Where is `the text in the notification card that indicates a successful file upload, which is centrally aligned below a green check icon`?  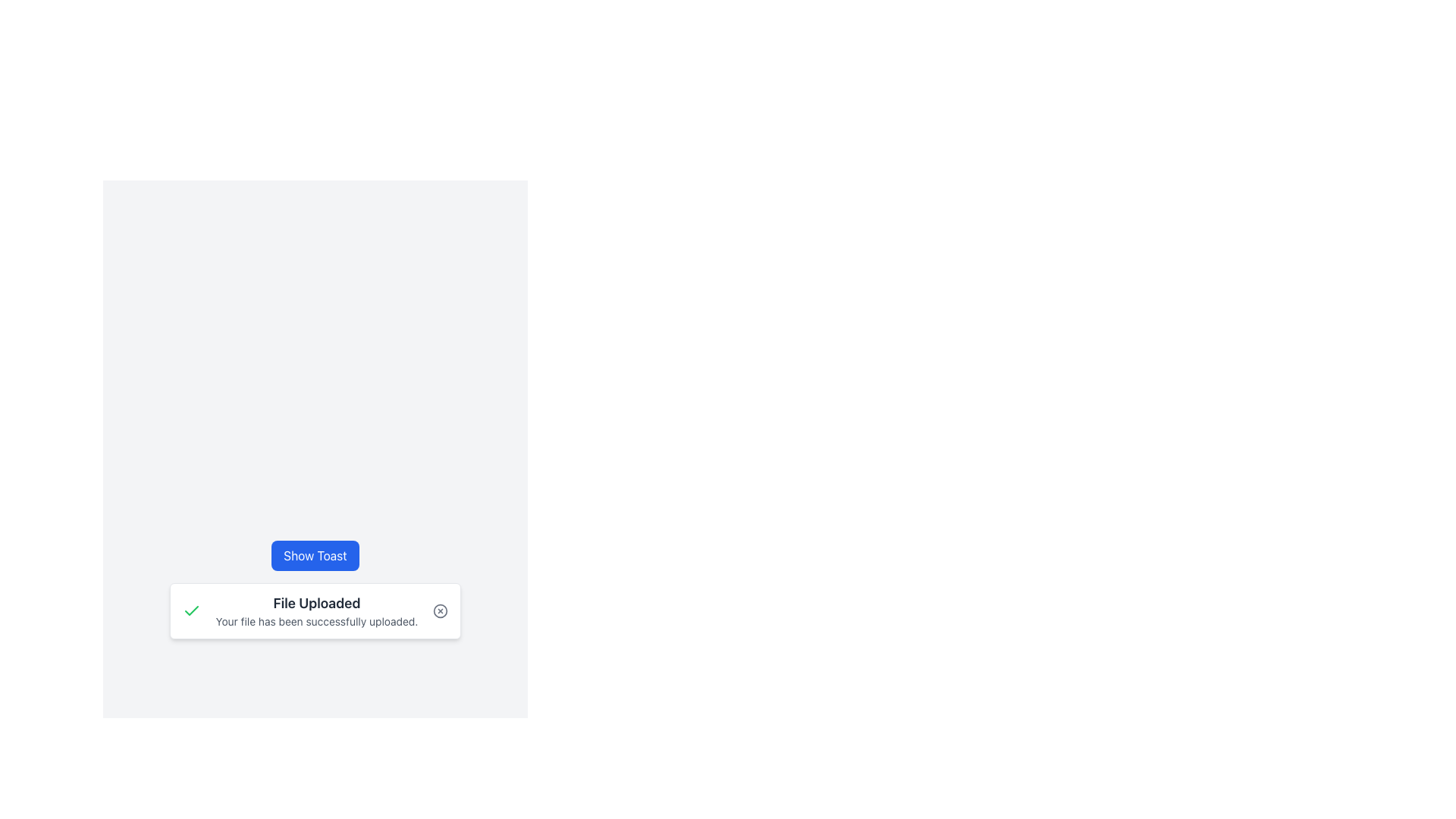 the text in the notification card that indicates a successful file upload, which is centrally aligned below a green check icon is located at coordinates (315, 610).